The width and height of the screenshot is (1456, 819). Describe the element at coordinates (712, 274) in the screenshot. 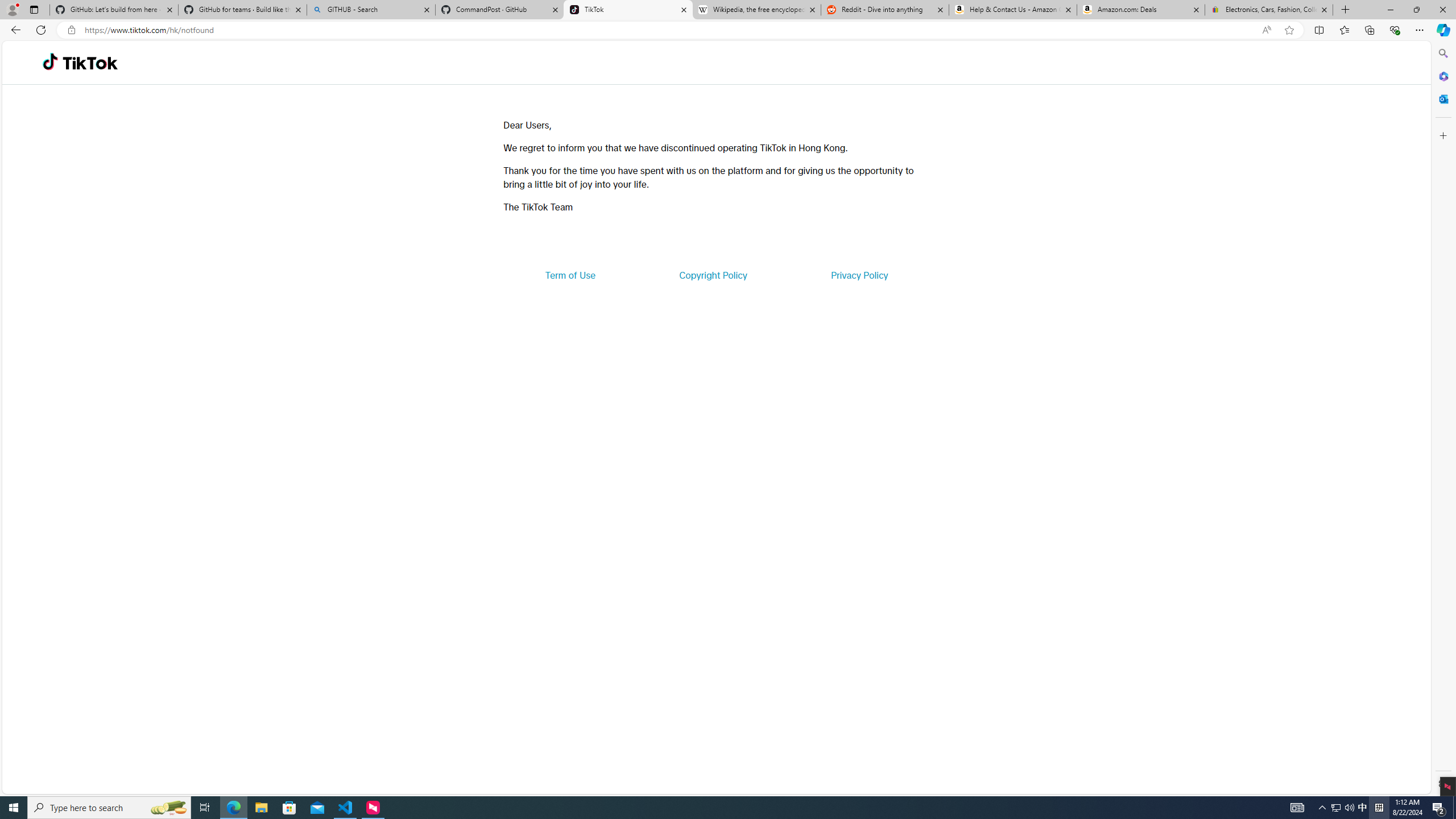

I see `'Copyright Policy'` at that location.